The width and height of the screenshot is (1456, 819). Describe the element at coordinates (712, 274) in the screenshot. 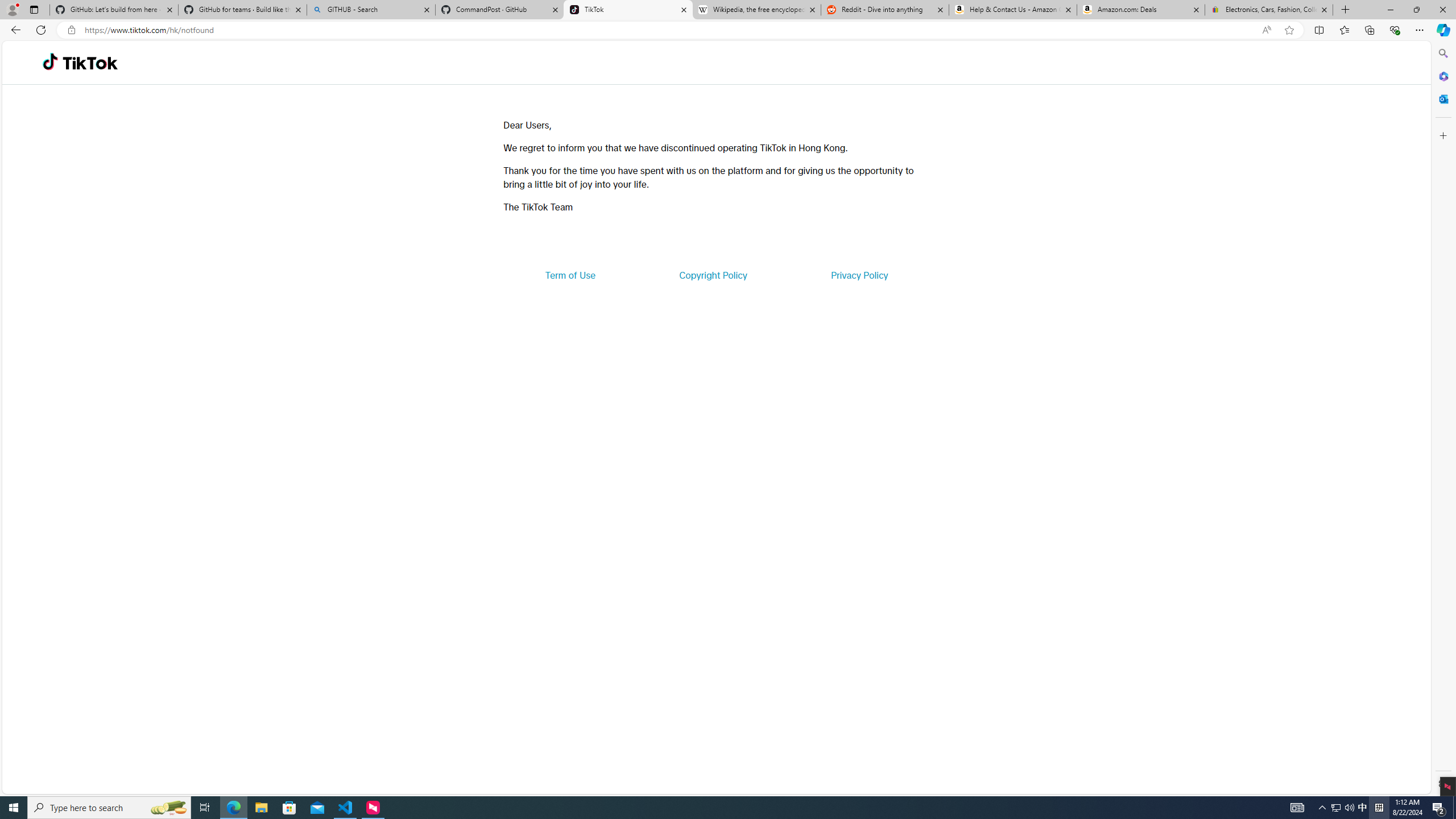

I see `'Copyright Policy'` at that location.